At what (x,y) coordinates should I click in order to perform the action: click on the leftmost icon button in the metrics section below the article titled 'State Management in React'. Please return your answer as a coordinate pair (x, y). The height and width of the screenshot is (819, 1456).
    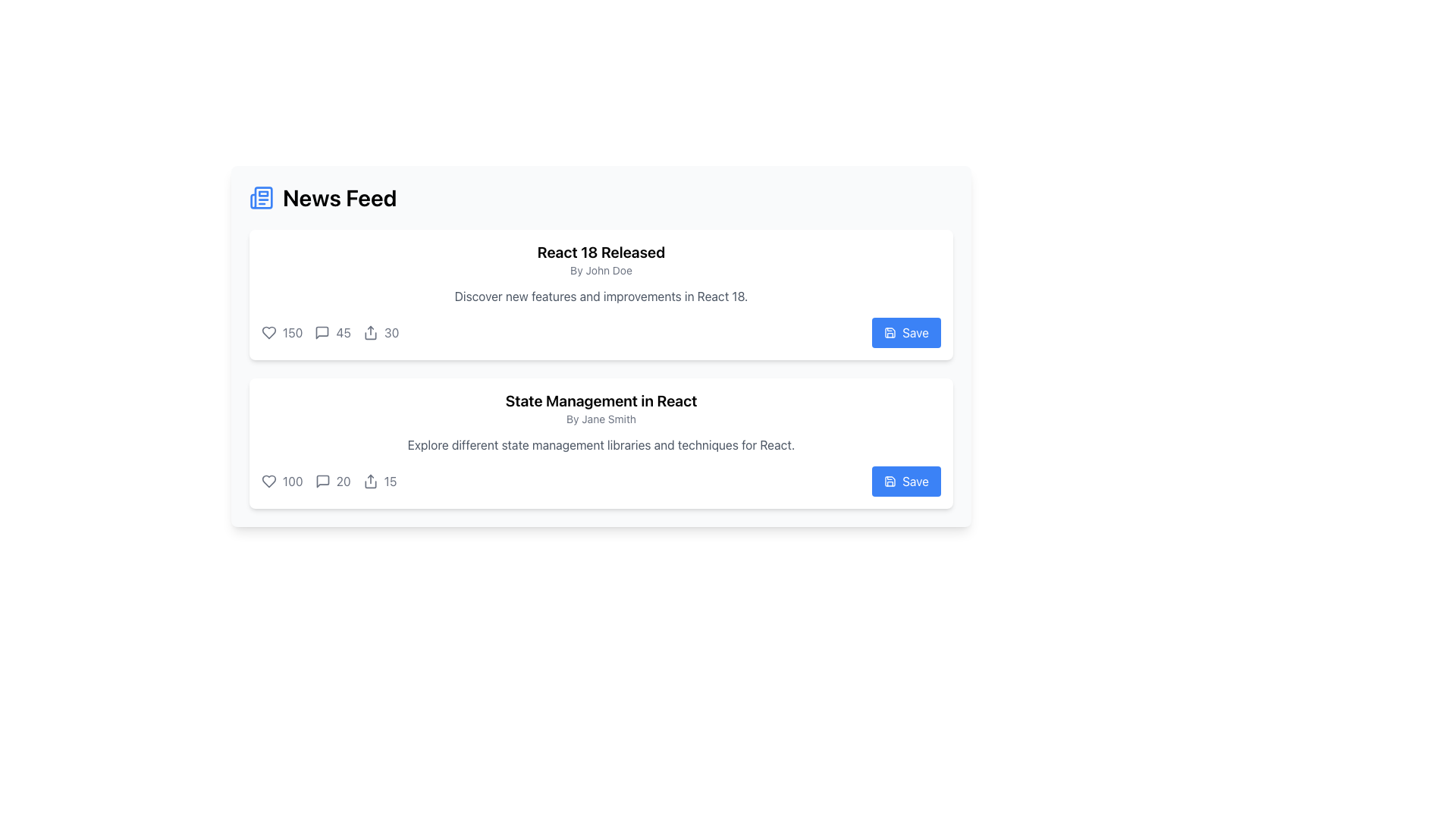
    Looking at the image, I should click on (269, 482).